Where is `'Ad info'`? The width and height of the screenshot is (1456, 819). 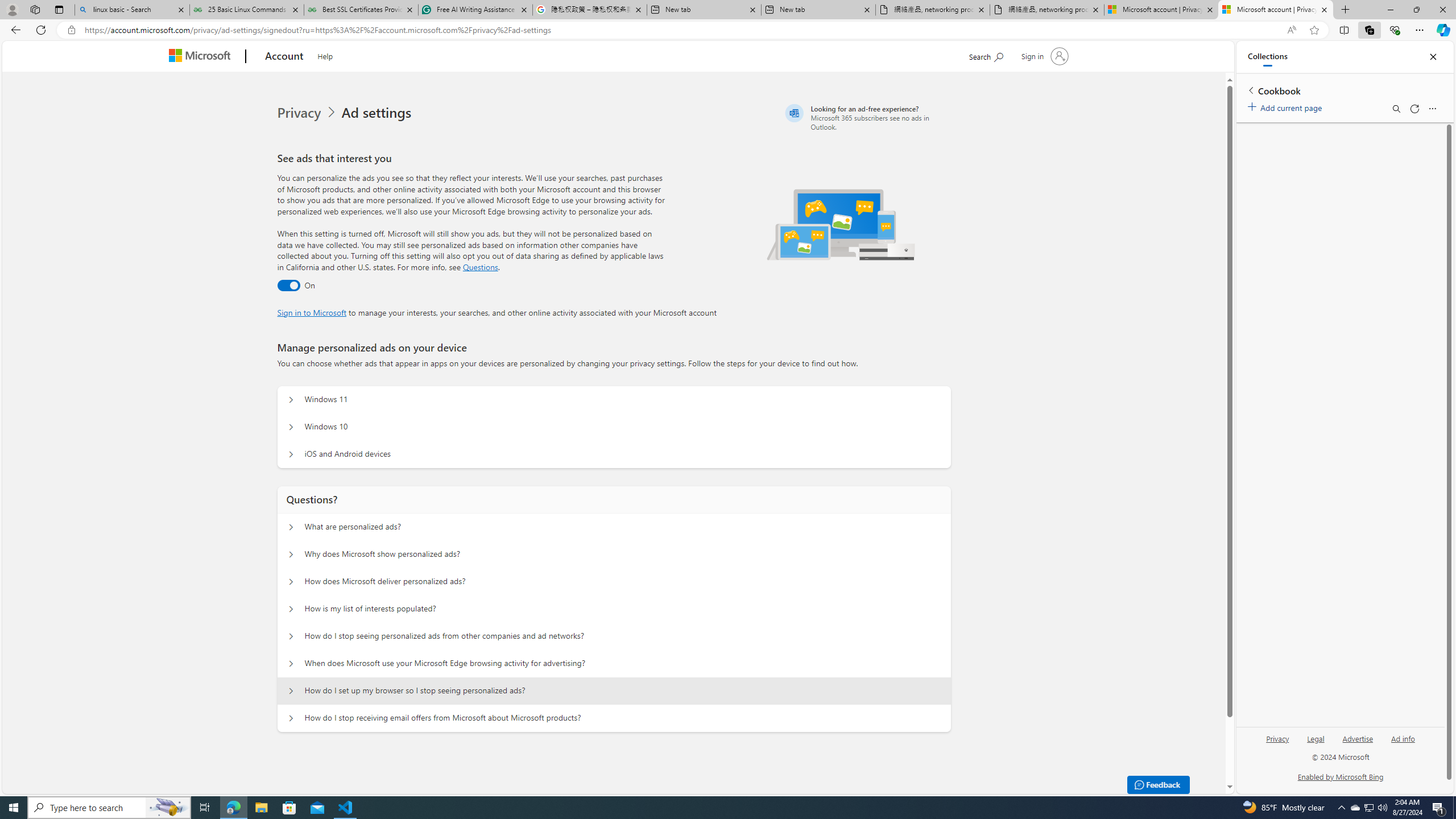
'Ad info' is located at coordinates (1403, 738).